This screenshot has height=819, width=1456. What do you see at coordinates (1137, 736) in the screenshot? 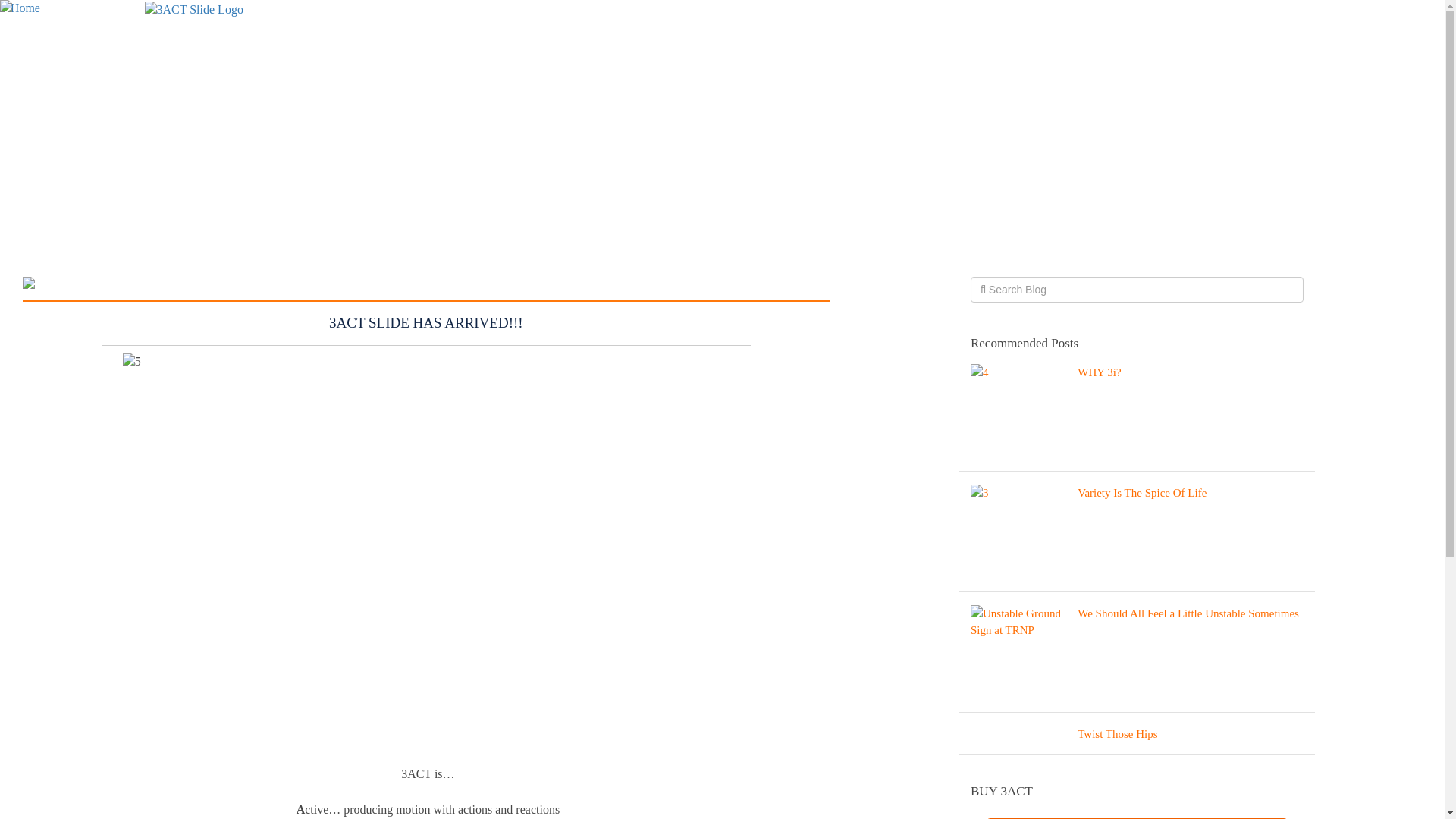
I see `'Twist Those Hips'` at bounding box center [1137, 736].